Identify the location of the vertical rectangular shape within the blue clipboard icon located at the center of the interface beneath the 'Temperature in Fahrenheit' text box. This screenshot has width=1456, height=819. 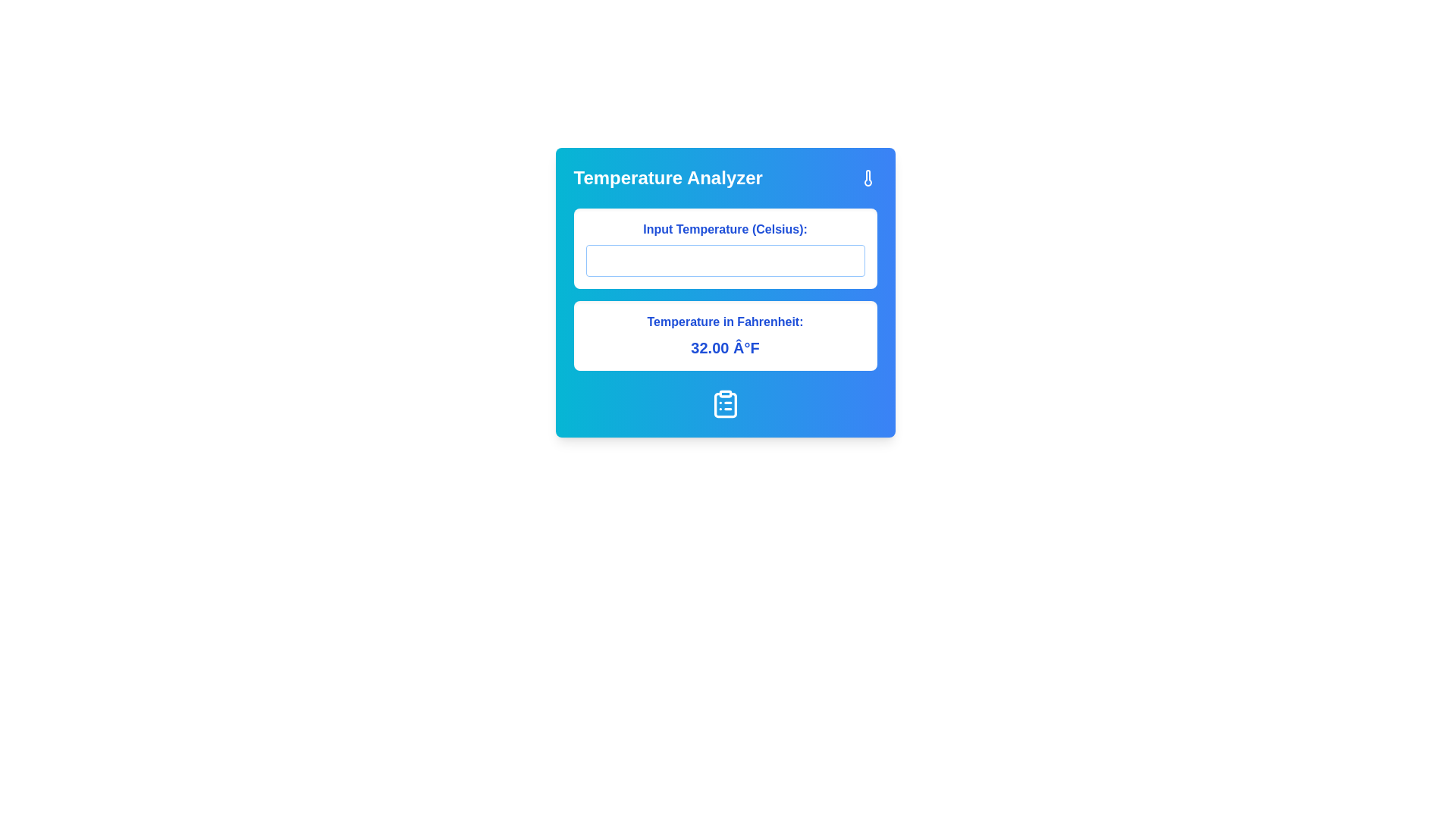
(724, 404).